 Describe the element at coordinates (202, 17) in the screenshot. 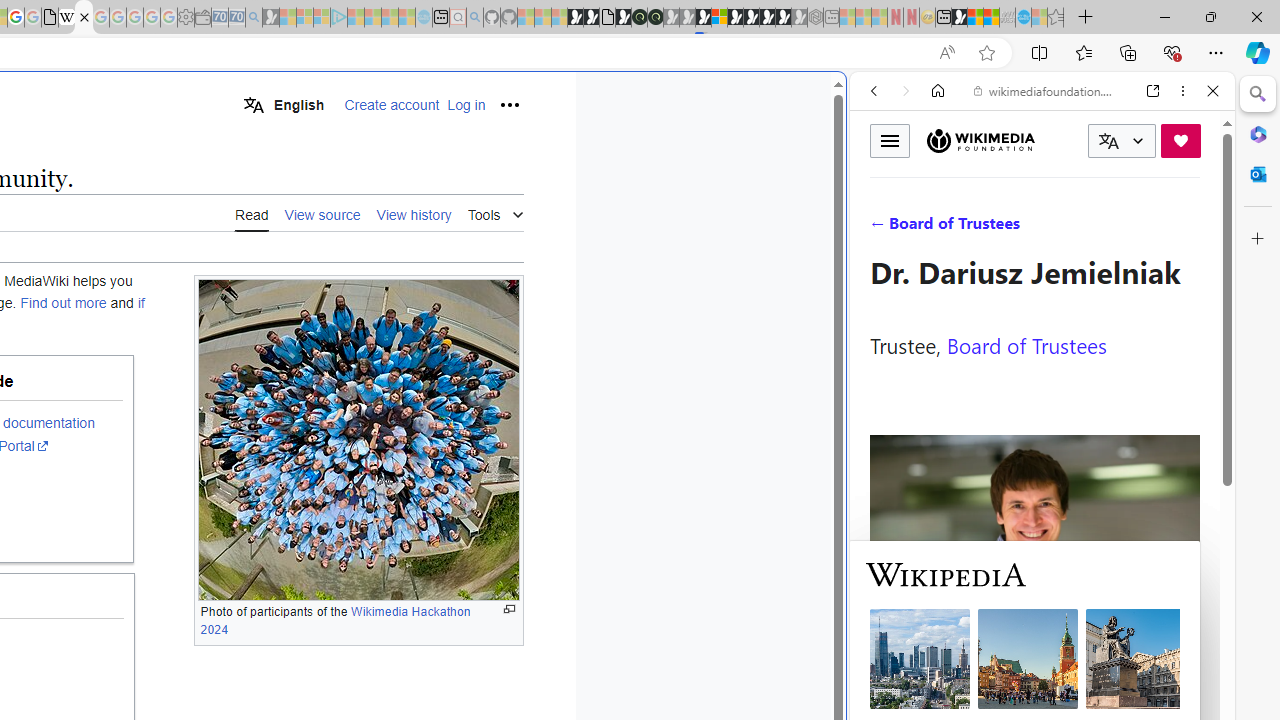

I see `'Wallet - Sleeping'` at that location.